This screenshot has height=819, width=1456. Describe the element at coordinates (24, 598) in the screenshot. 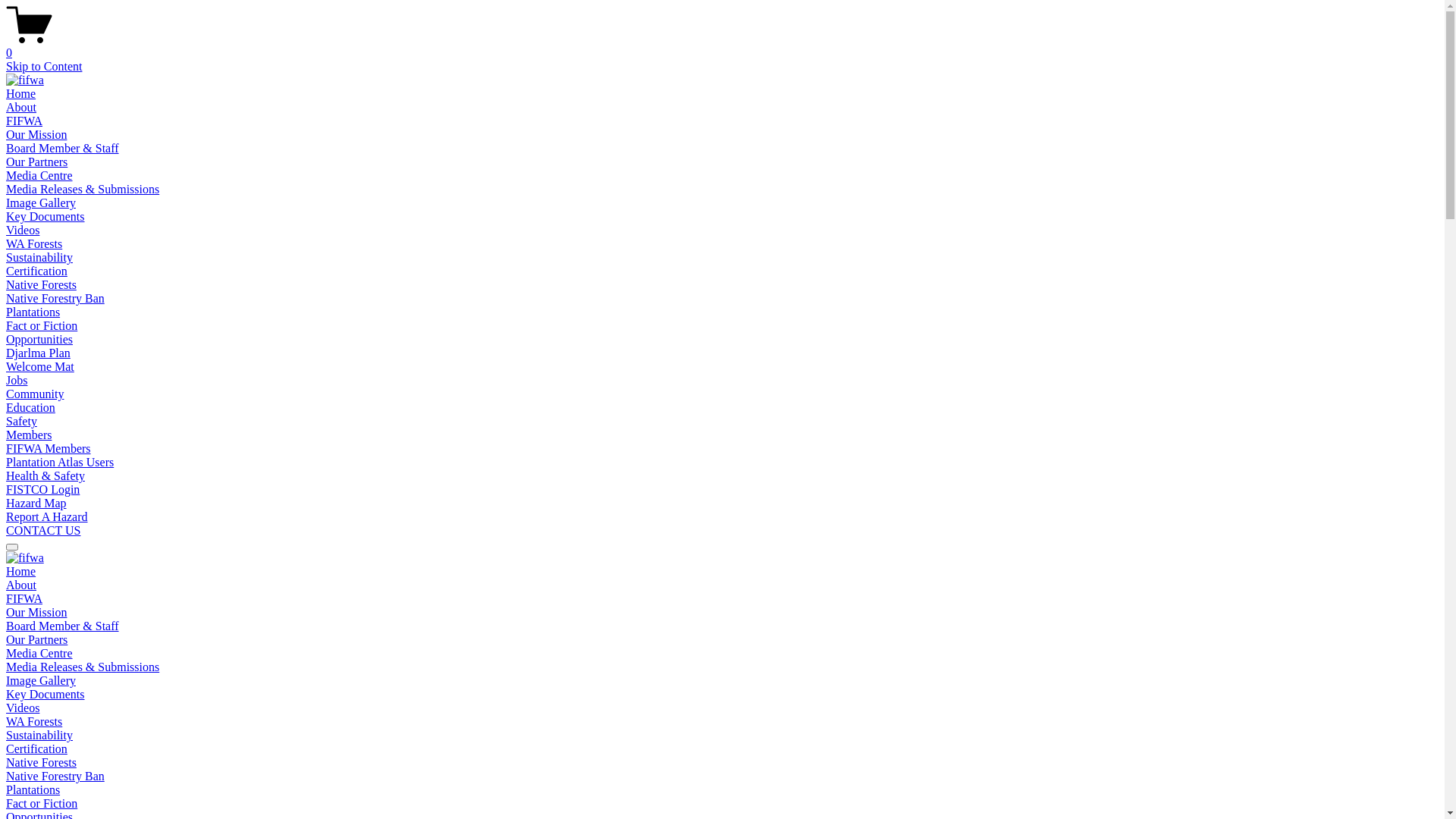

I see `'FIFWA'` at that location.